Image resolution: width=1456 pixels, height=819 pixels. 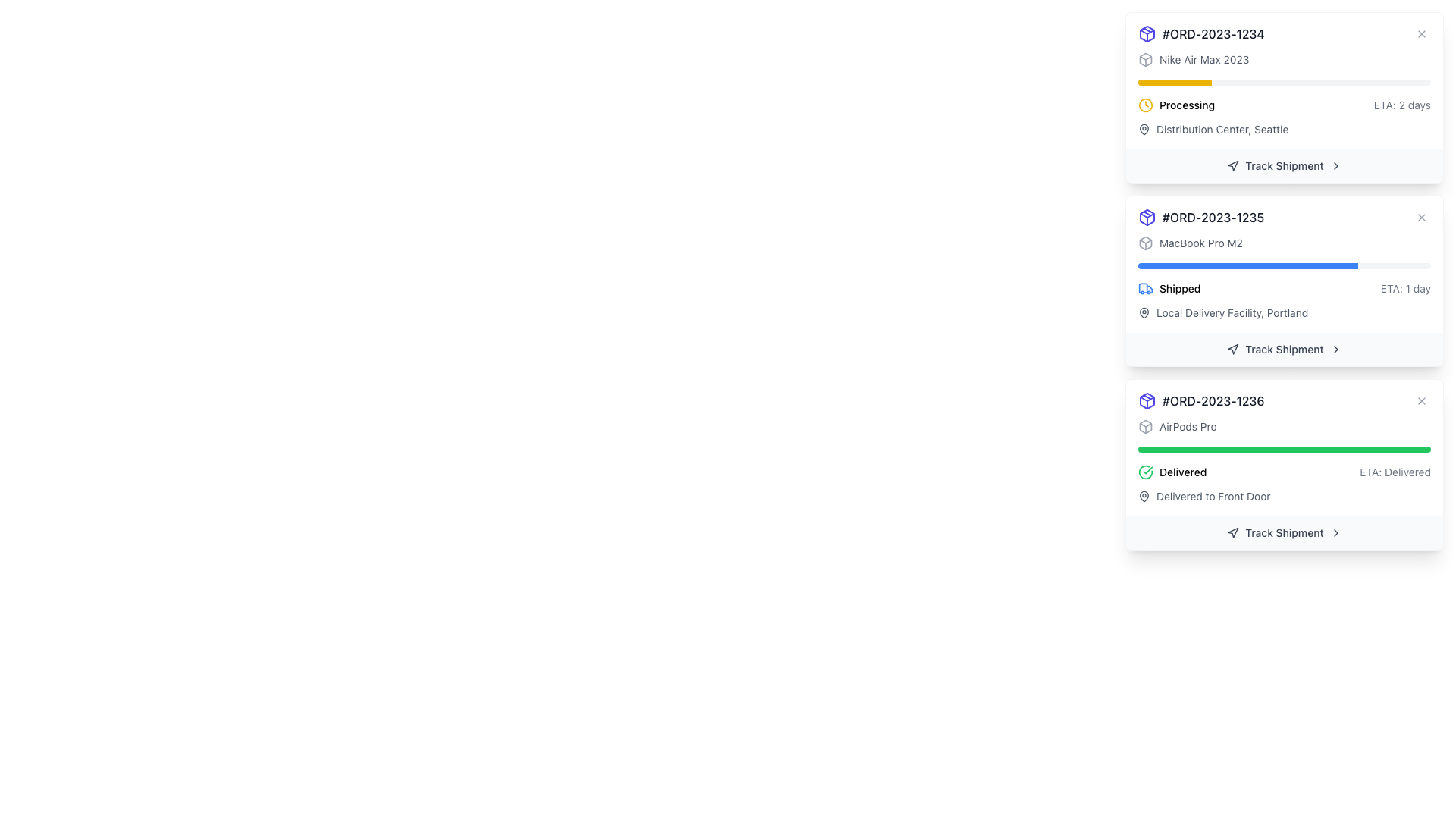 What do you see at coordinates (1247, 265) in the screenshot?
I see `the progress bar that visually represents the shipment status, located below 'MacBook Pro M2' and above the shipment details` at bounding box center [1247, 265].